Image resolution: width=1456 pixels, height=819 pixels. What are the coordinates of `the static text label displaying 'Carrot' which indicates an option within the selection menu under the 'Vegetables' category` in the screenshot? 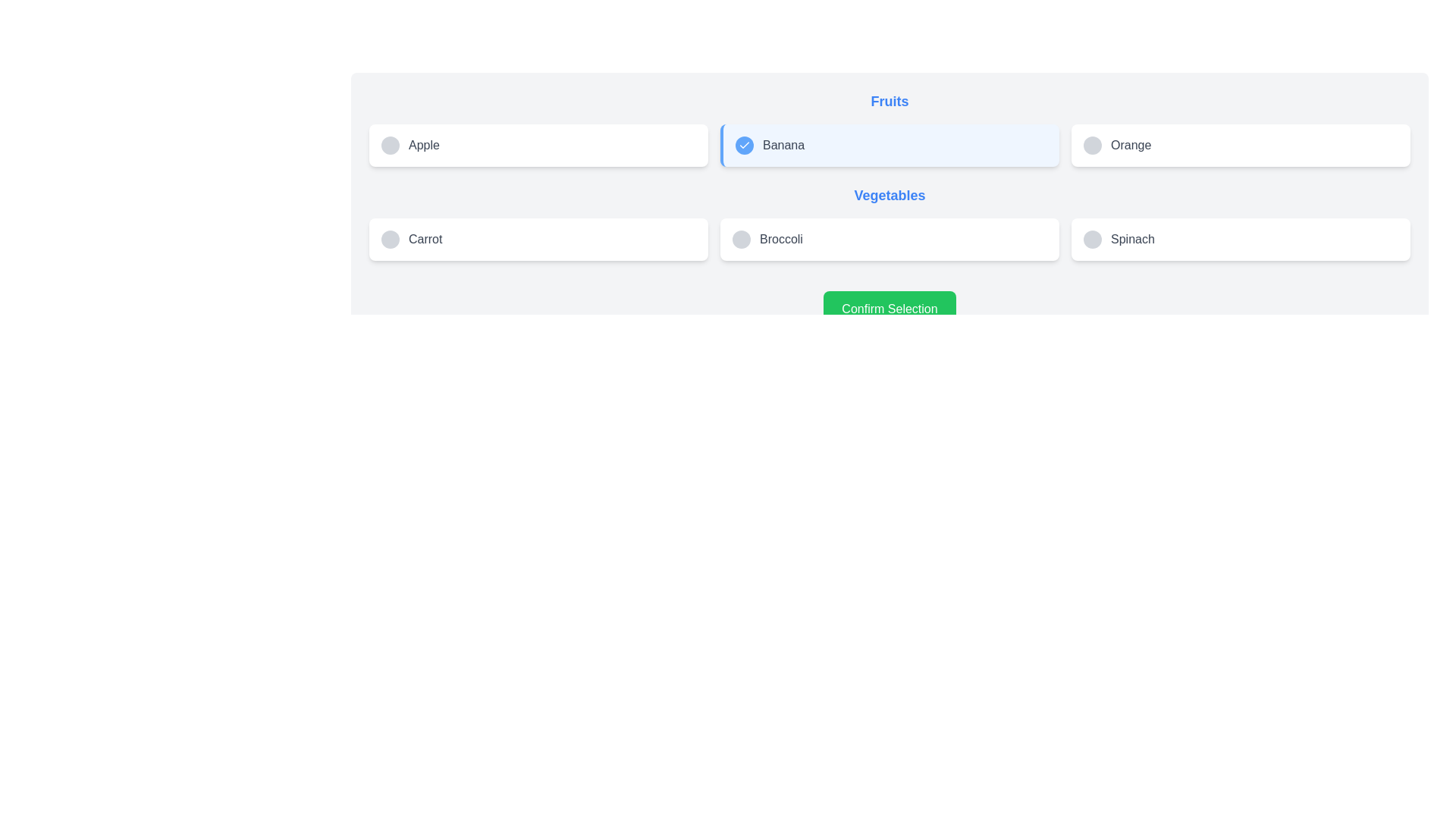 It's located at (425, 239).